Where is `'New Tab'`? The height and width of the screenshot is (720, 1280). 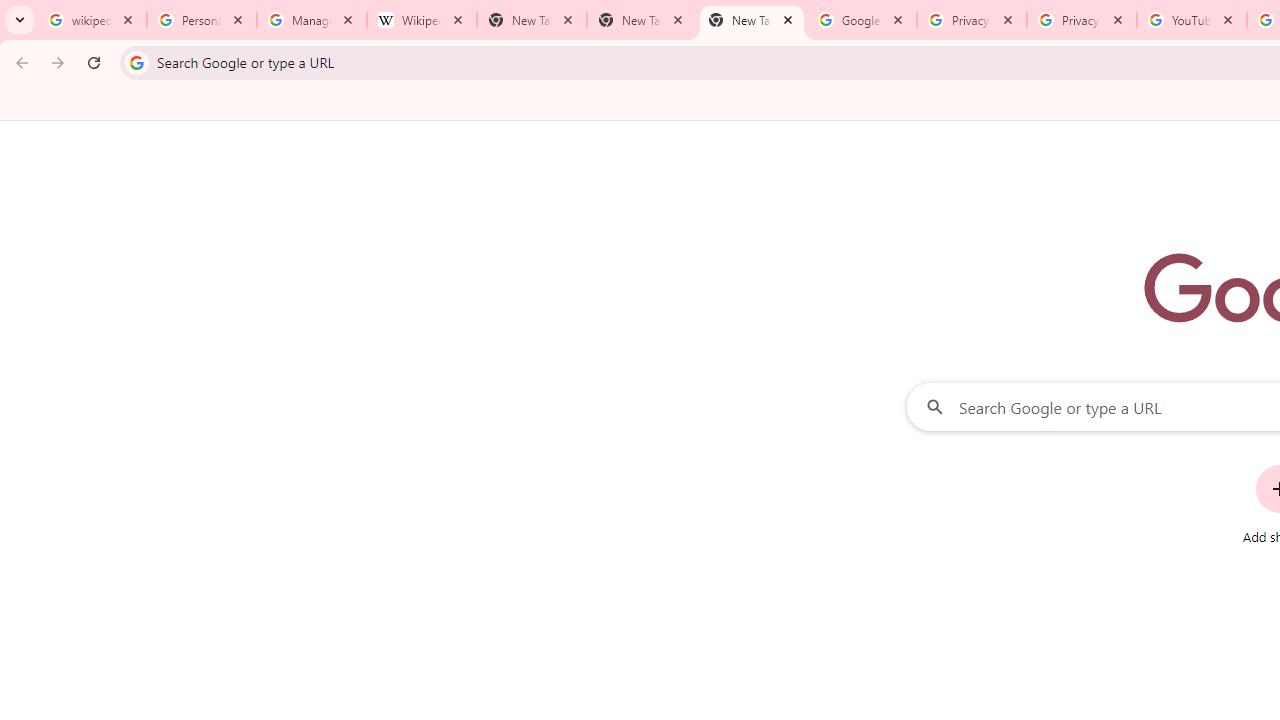
'New Tab' is located at coordinates (751, 20).